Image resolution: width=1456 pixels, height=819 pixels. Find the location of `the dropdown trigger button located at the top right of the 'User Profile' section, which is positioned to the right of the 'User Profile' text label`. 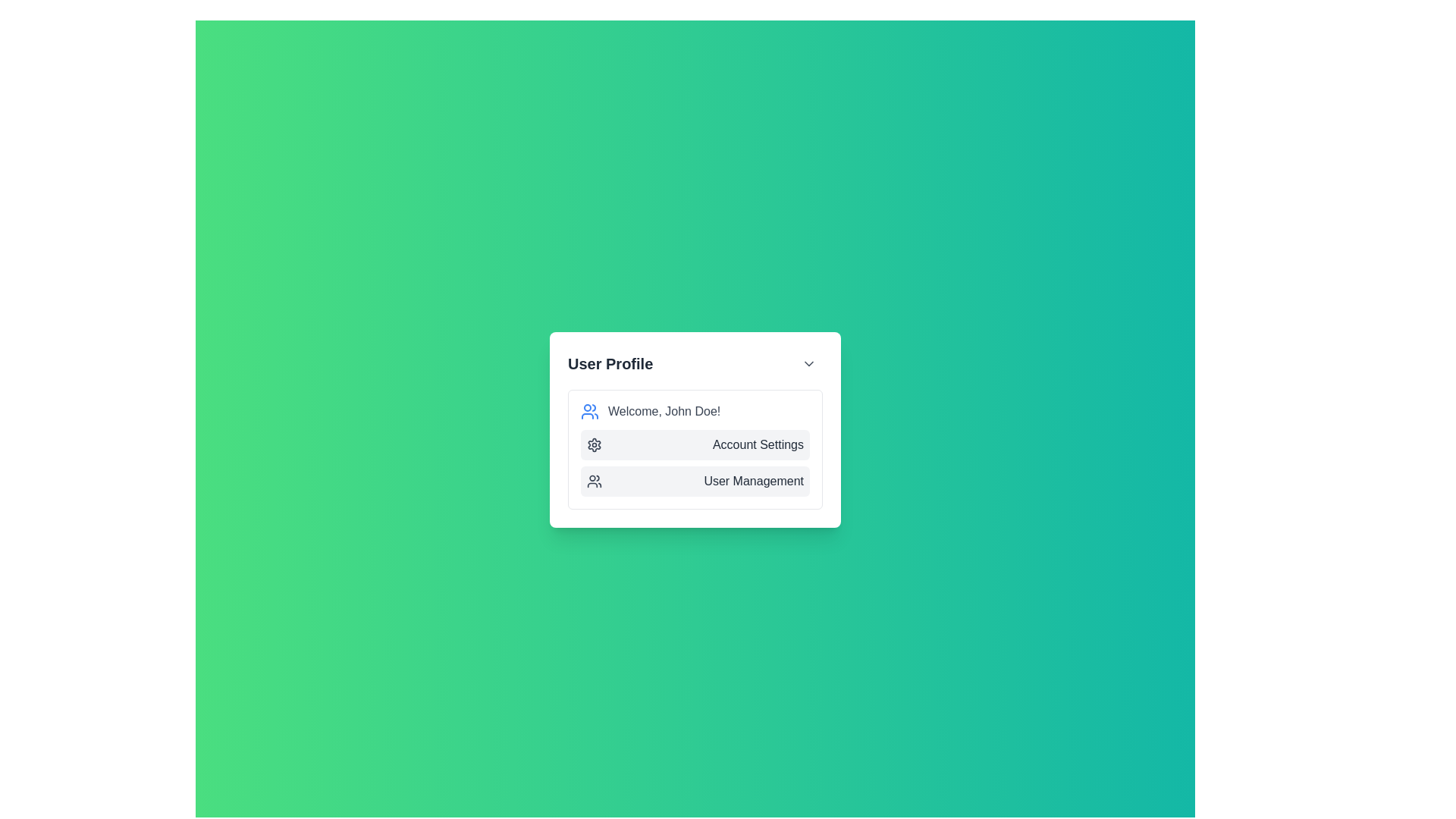

the dropdown trigger button located at the top right of the 'User Profile' section, which is positioned to the right of the 'User Profile' text label is located at coordinates (808, 363).